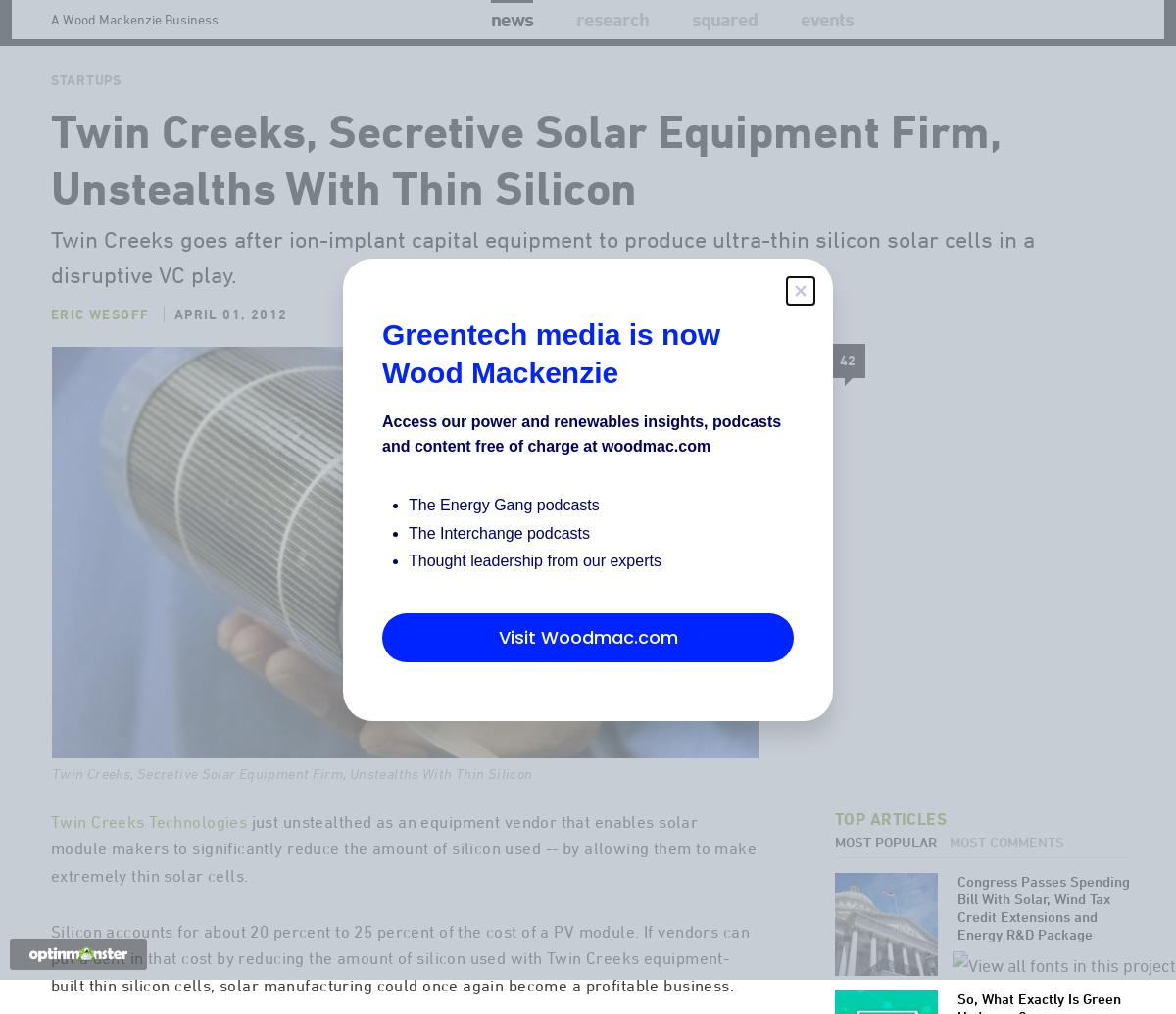 The width and height of the screenshot is (1176, 1014). Describe the element at coordinates (204, 82) in the screenshot. I see `'Solar'` at that location.